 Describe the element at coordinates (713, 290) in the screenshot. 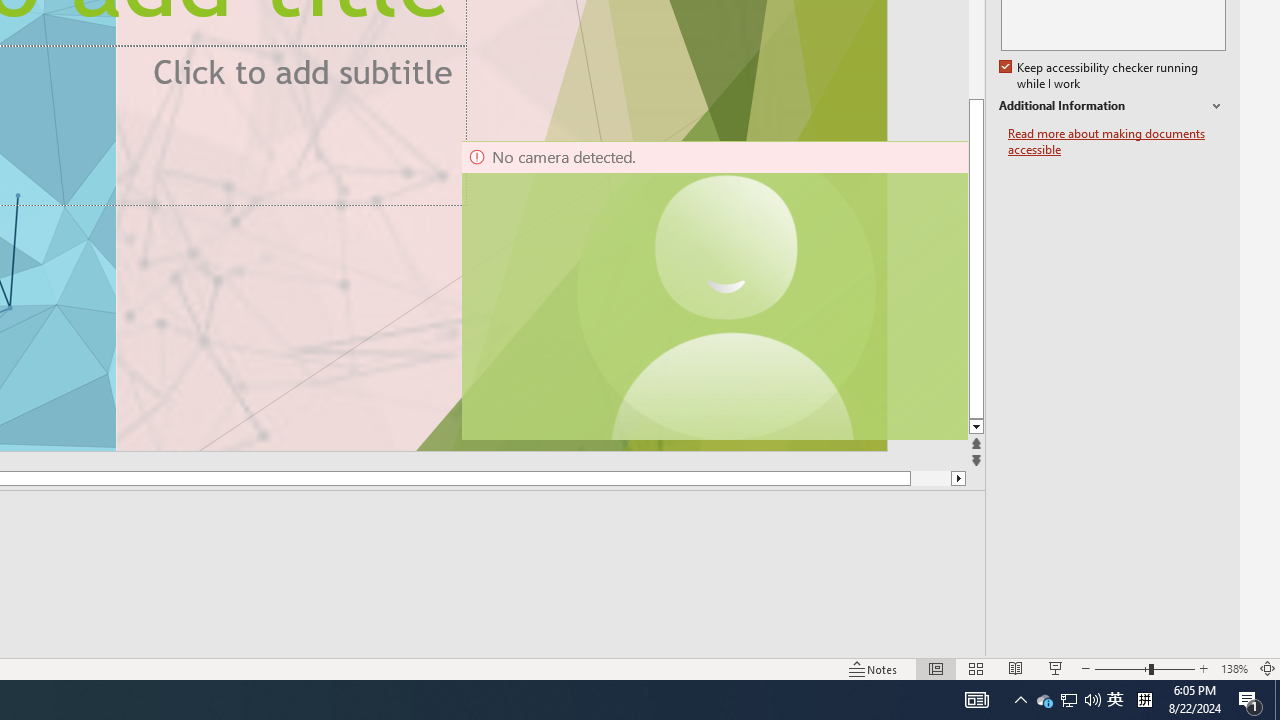

I see `'Camera 14, No camera detected.'` at that location.